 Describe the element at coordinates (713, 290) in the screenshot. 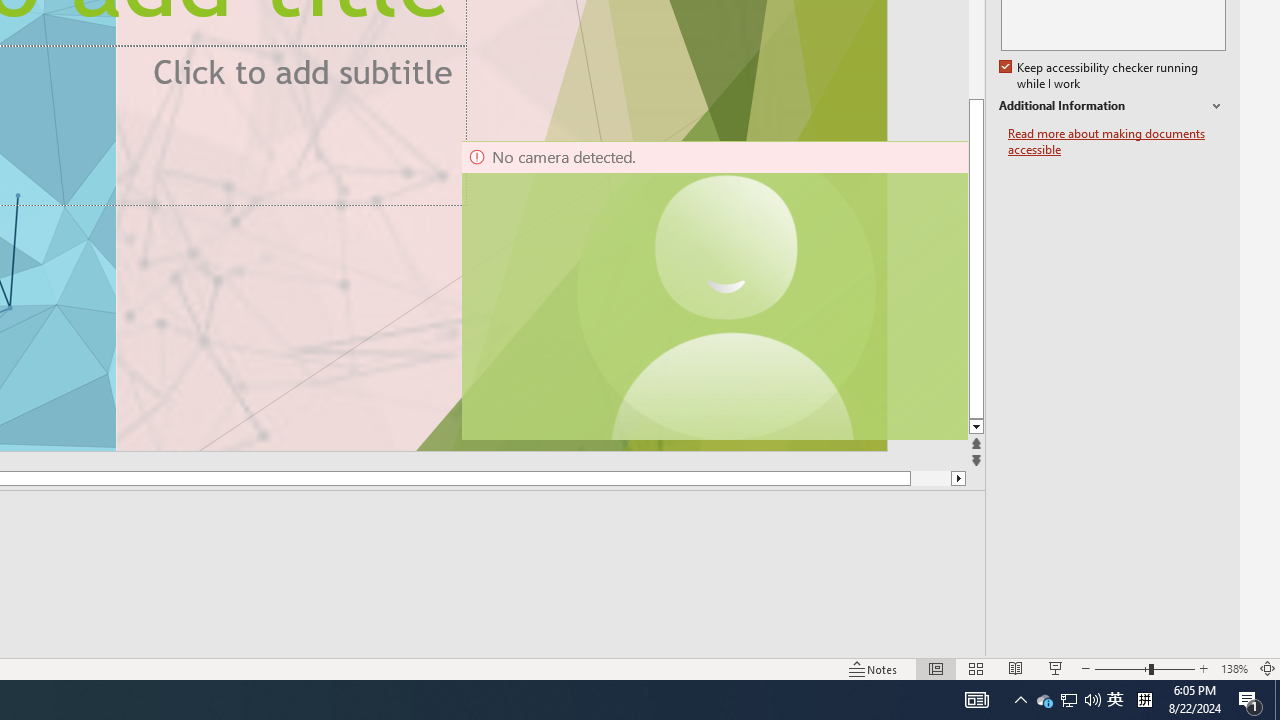

I see `'Camera 14, No camera detected.'` at that location.